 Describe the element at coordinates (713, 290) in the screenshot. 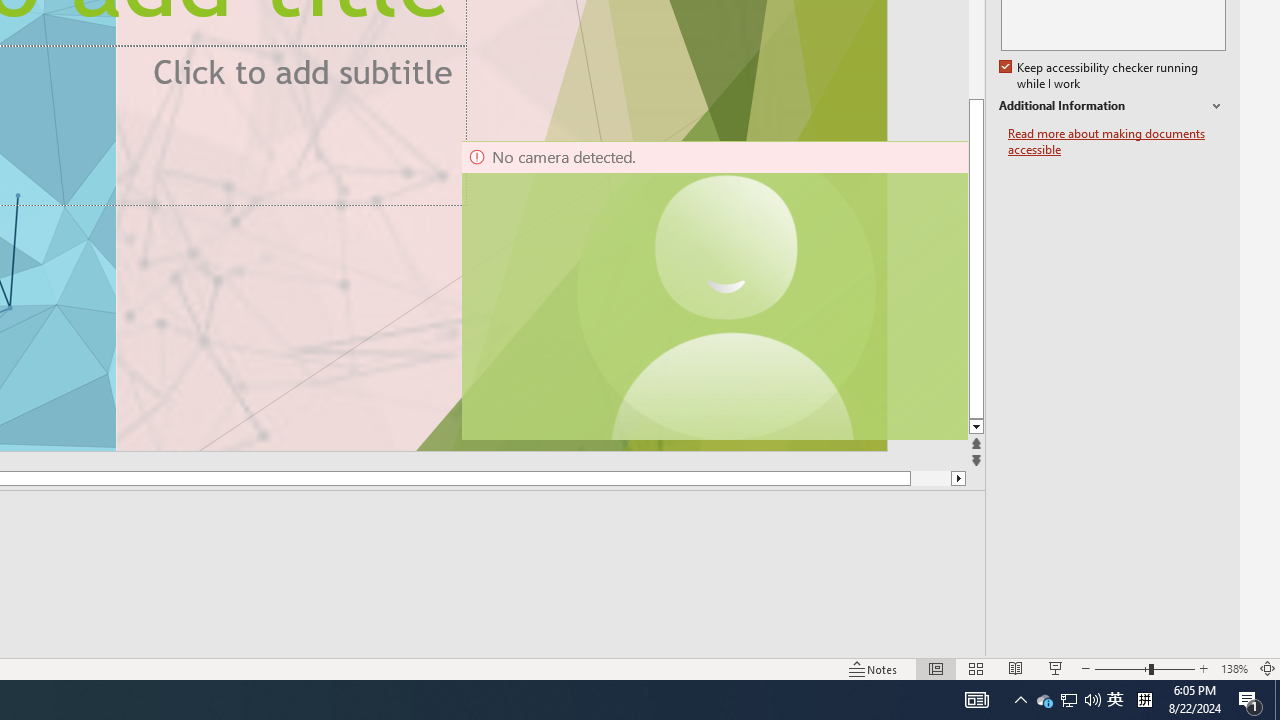

I see `'Camera 14, No camera detected.'` at that location.